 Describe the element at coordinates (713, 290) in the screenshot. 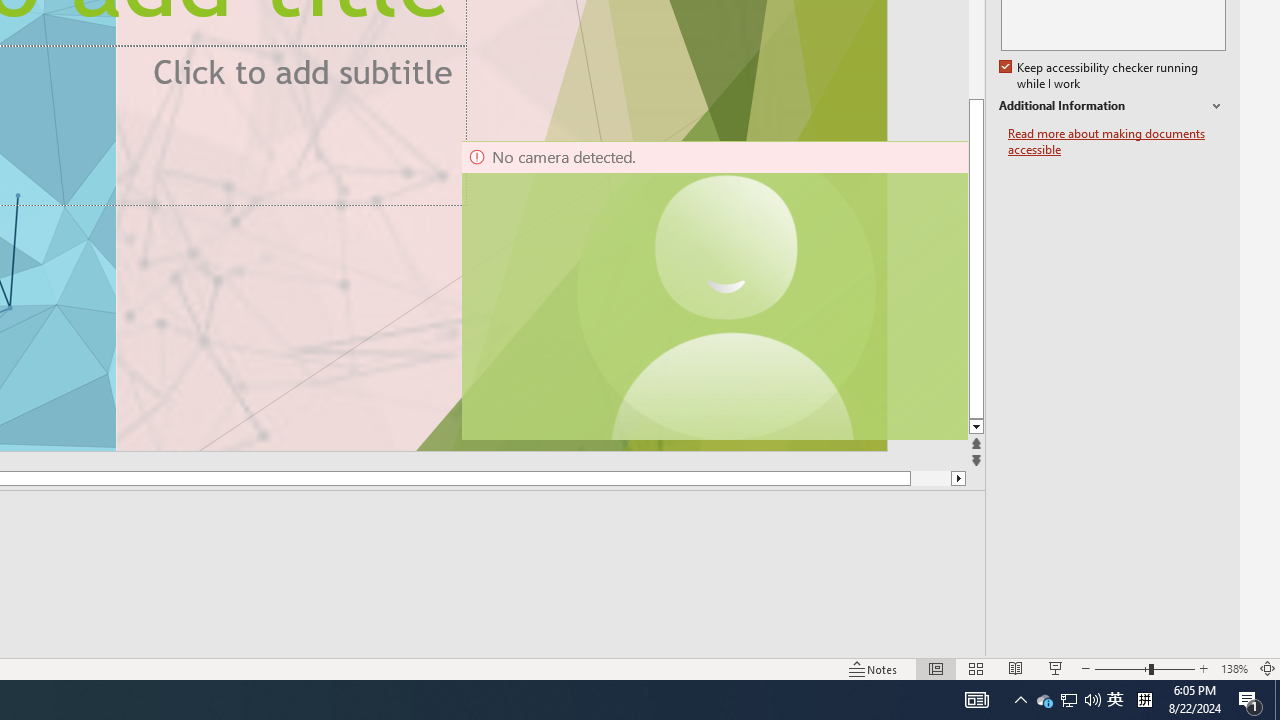

I see `'Camera 14, No camera detected.'` at that location.